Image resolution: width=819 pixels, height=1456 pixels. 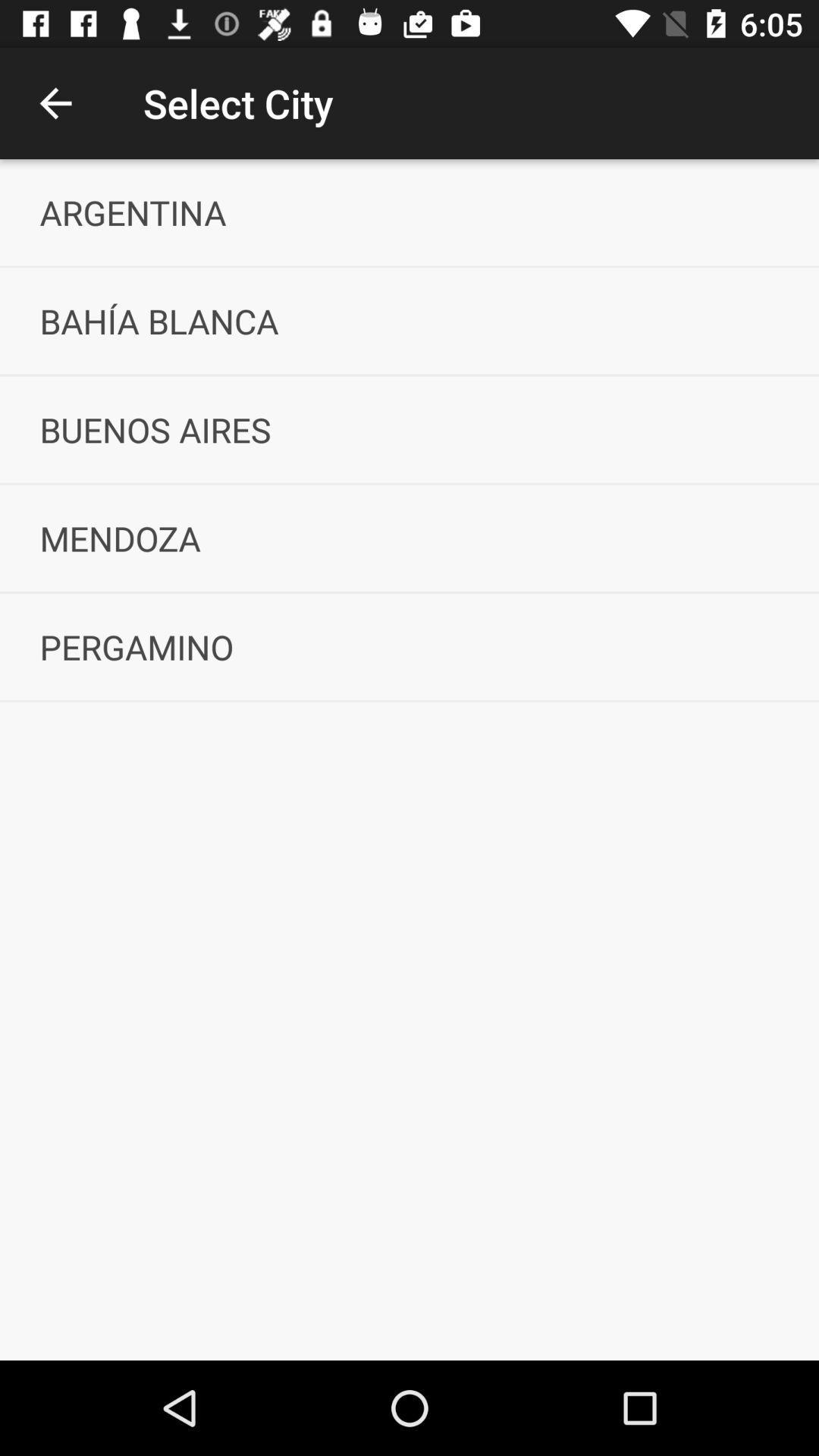 What do you see at coordinates (55, 102) in the screenshot?
I see `the icon to the left of the select city` at bounding box center [55, 102].